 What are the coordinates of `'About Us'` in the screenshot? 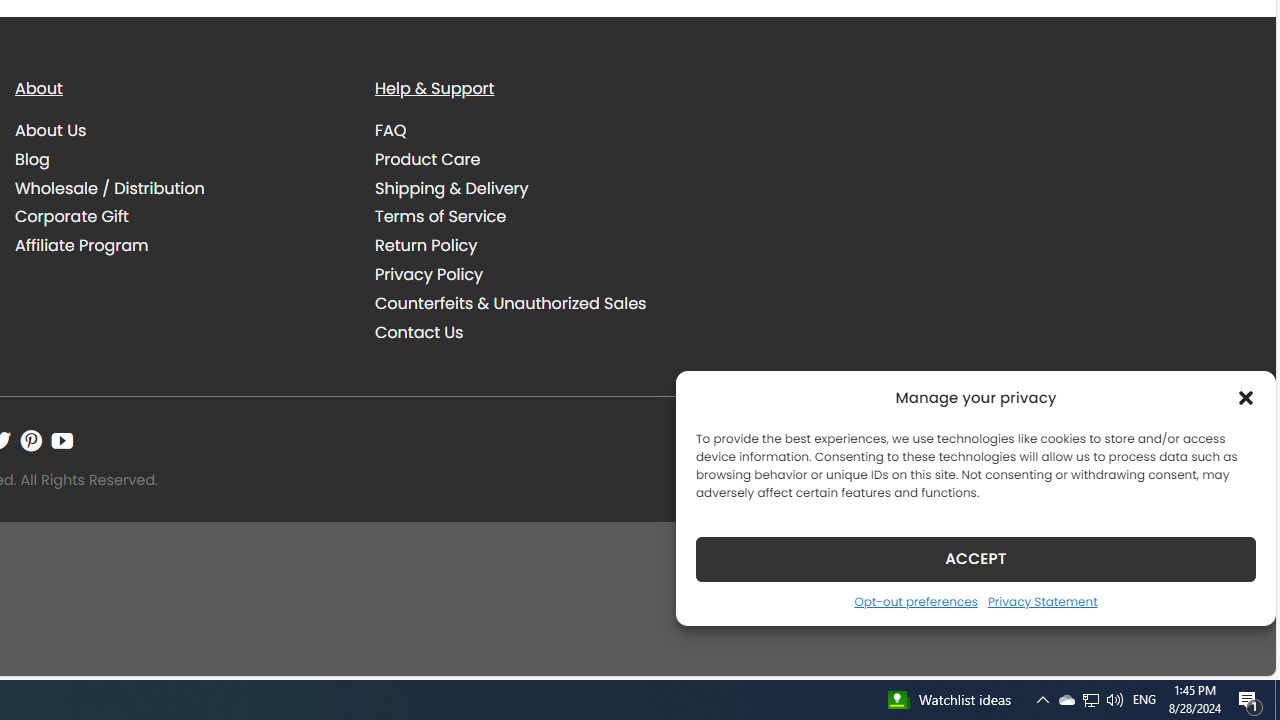 It's located at (51, 131).